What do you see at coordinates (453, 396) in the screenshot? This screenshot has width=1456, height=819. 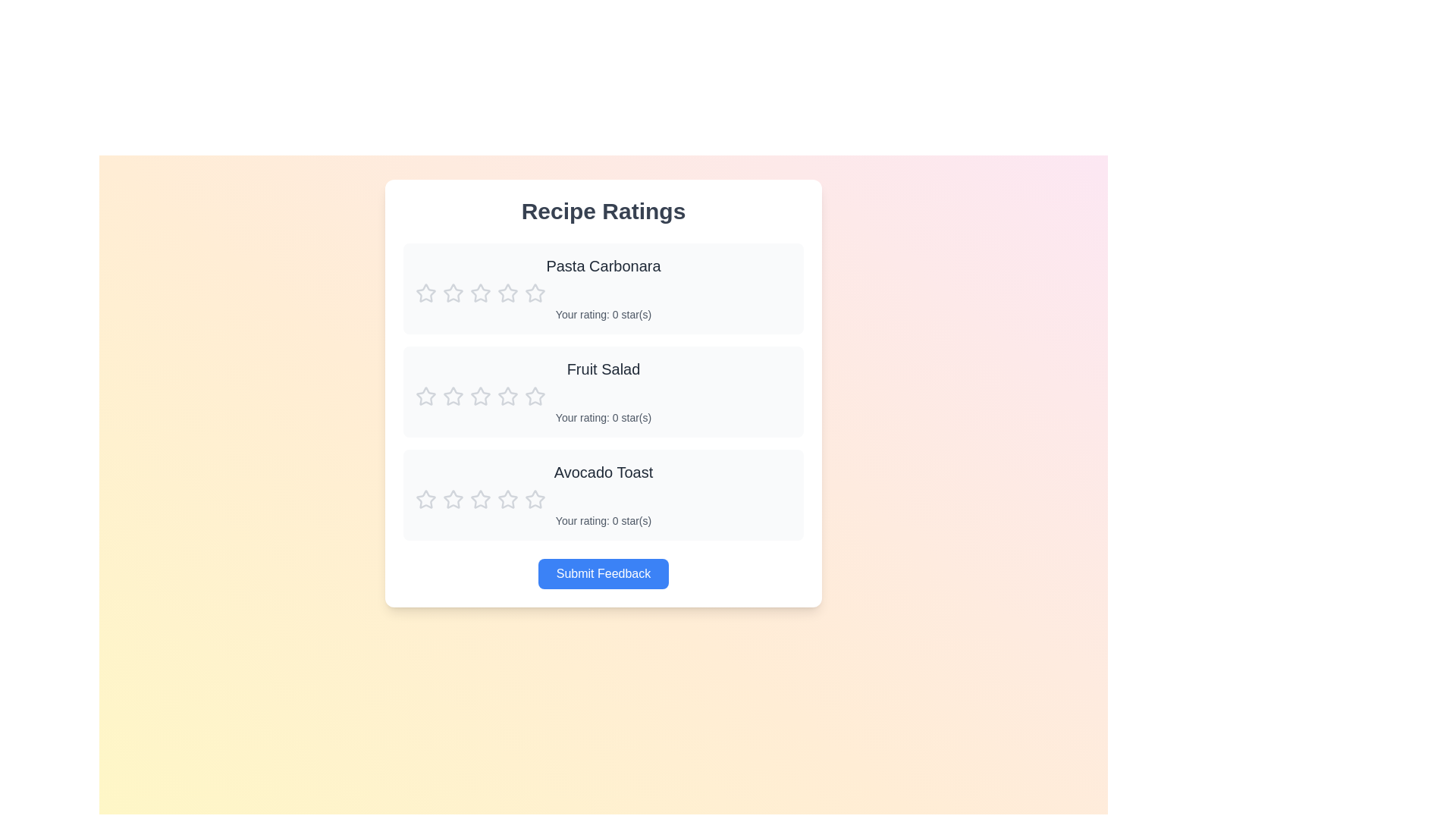 I see `the third star icon in the second row of the rating section for 'Fruit Salad'` at bounding box center [453, 396].